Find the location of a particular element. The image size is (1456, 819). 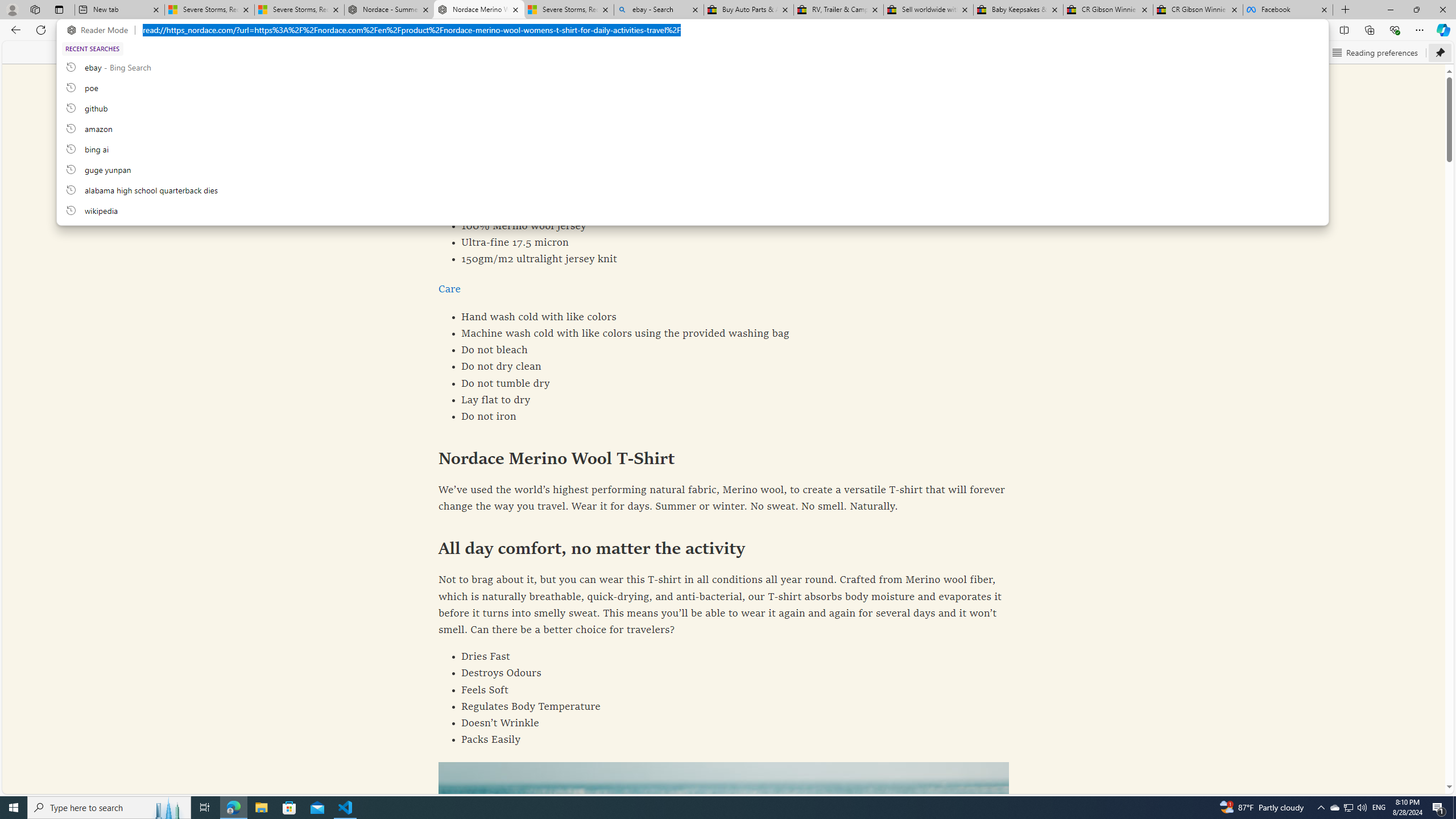

'Unpin toolbar' is located at coordinates (1440, 52).